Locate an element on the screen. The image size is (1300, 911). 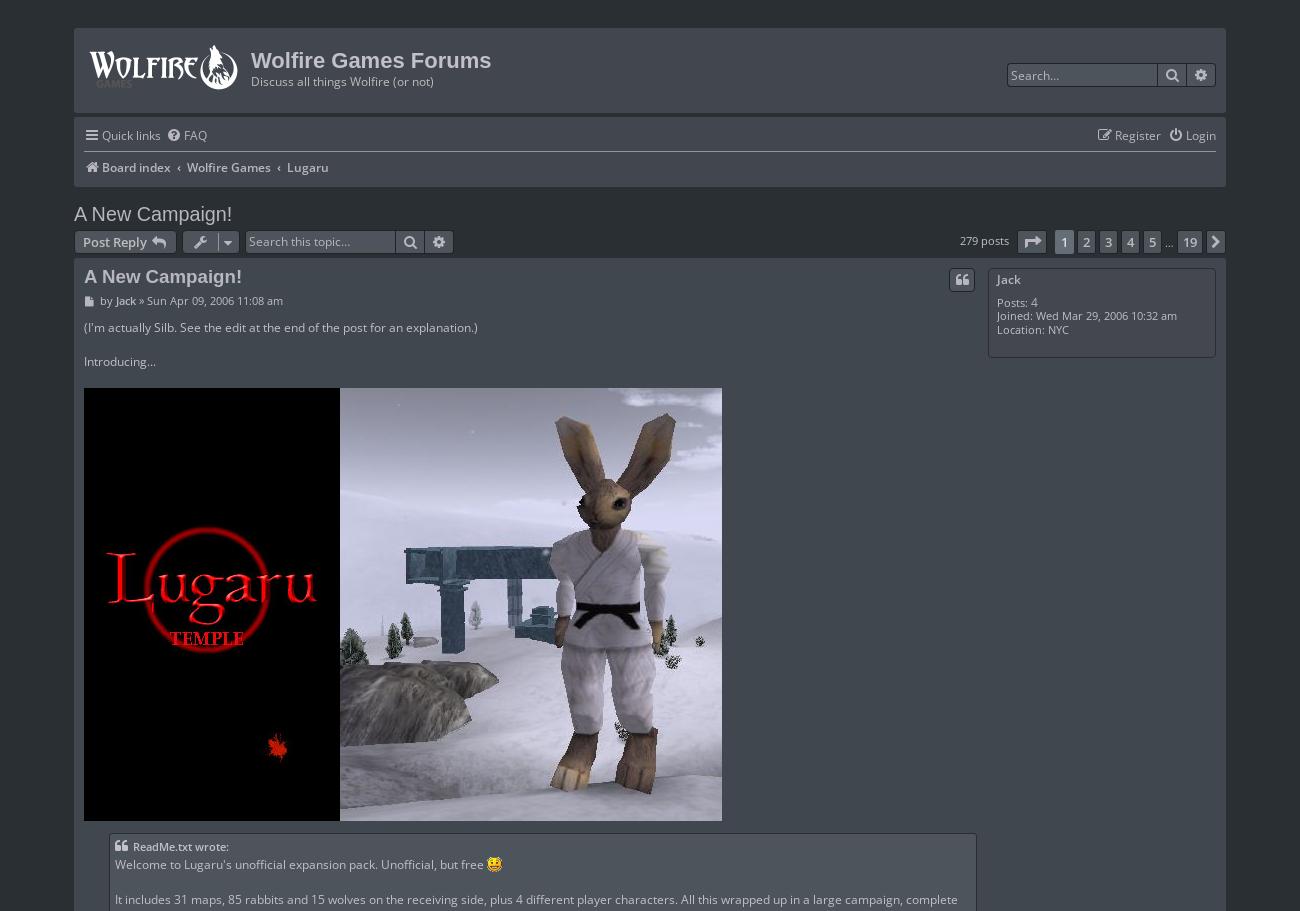
'Register' is located at coordinates (1138, 133).